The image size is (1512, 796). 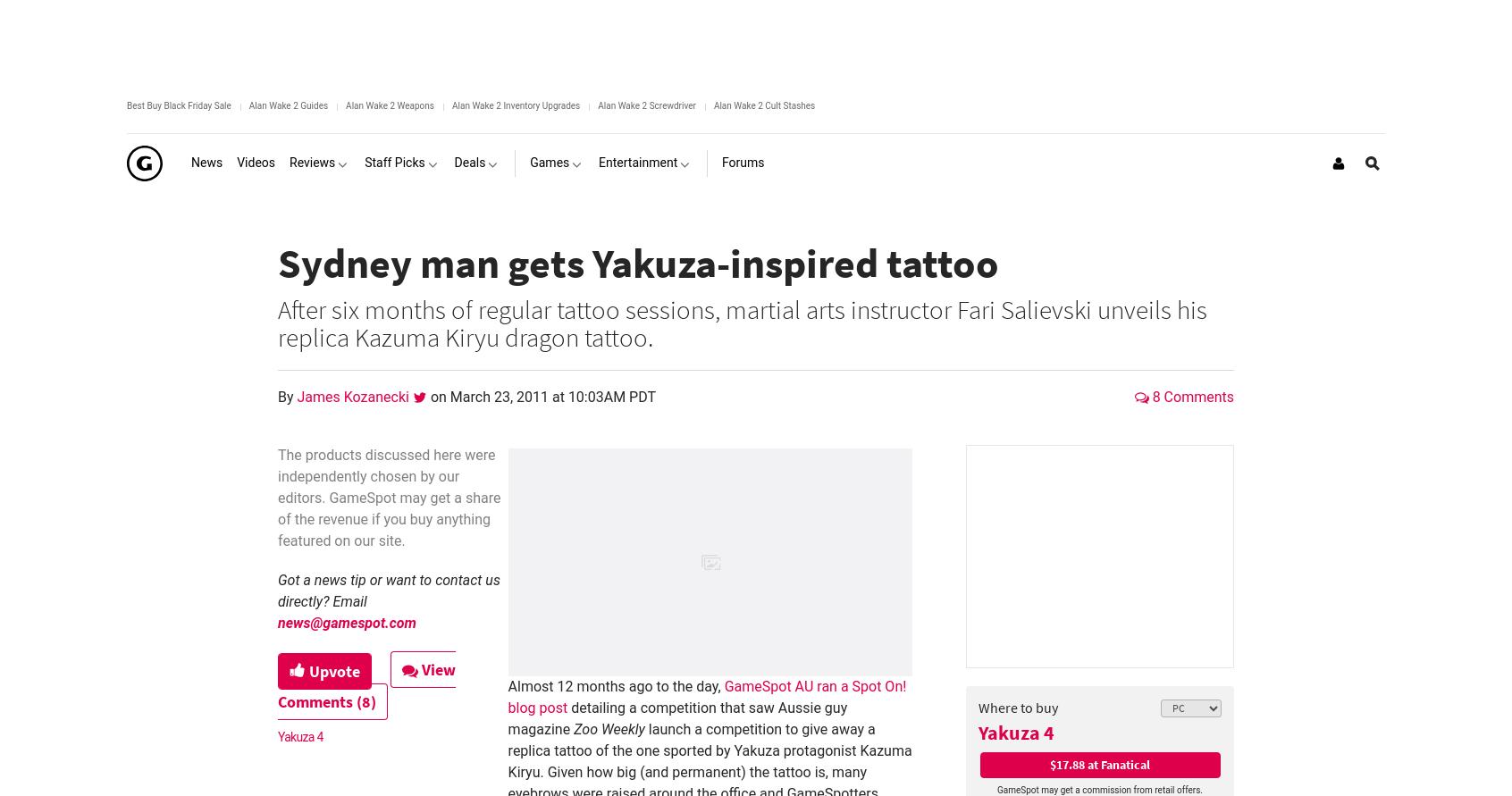 I want to click on 'Best Buy Black Friday Sale', so click(x=126, y=105).